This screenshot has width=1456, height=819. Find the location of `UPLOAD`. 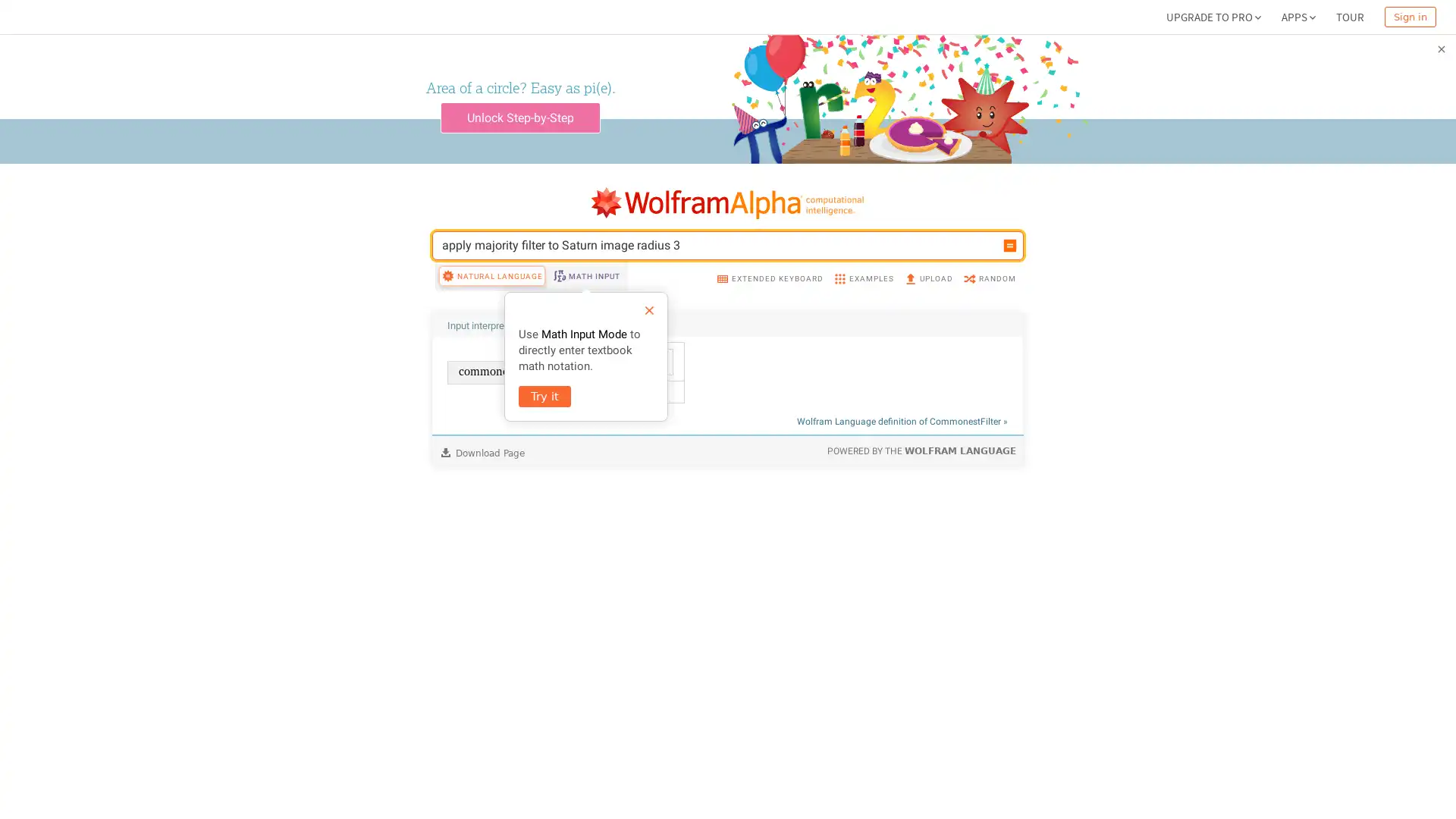

UPLOAD is located at coordinates (927, 307).